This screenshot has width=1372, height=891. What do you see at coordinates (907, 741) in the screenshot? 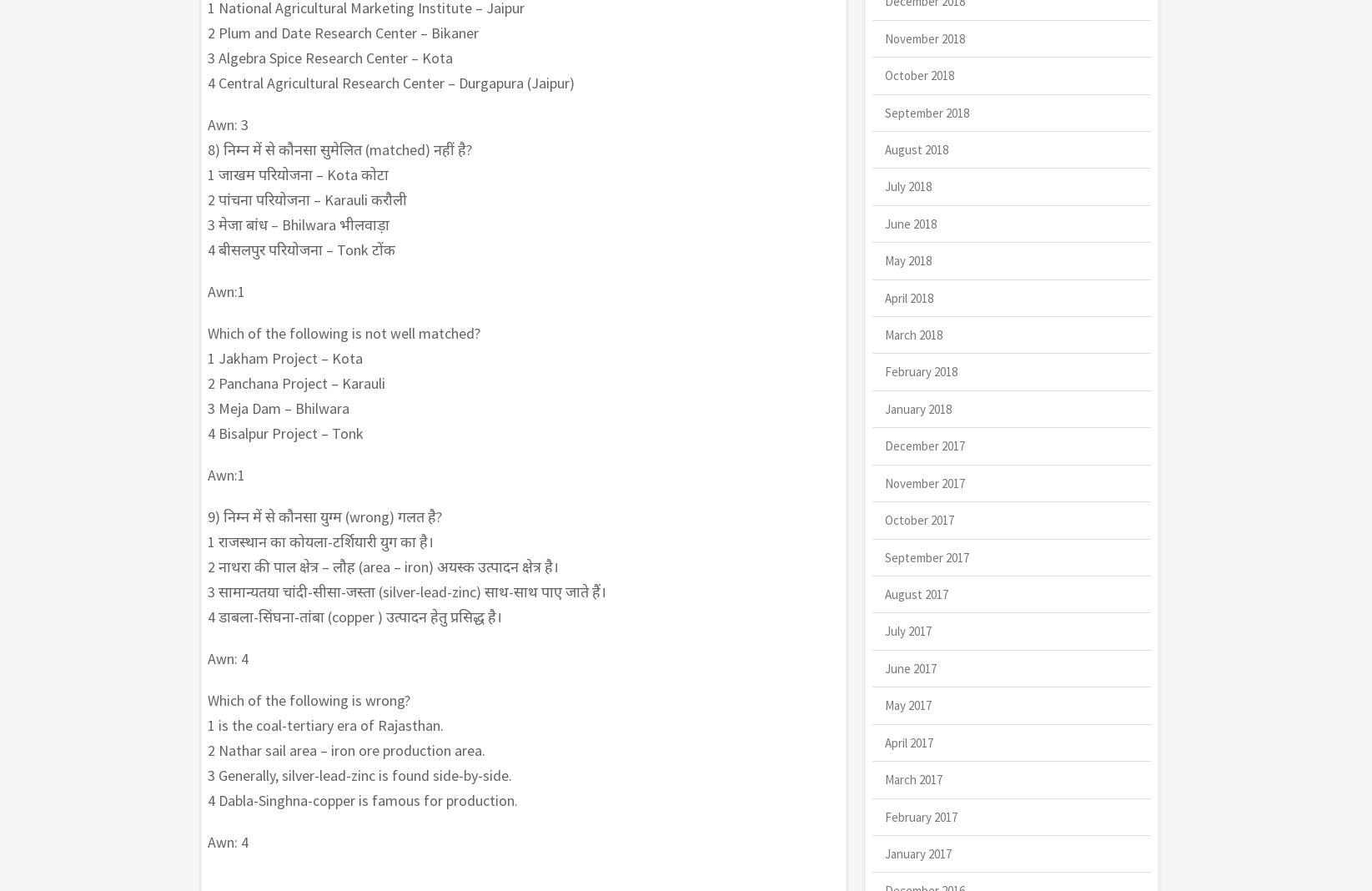
I see `'April 2017'` at bounding box center [907, 741].